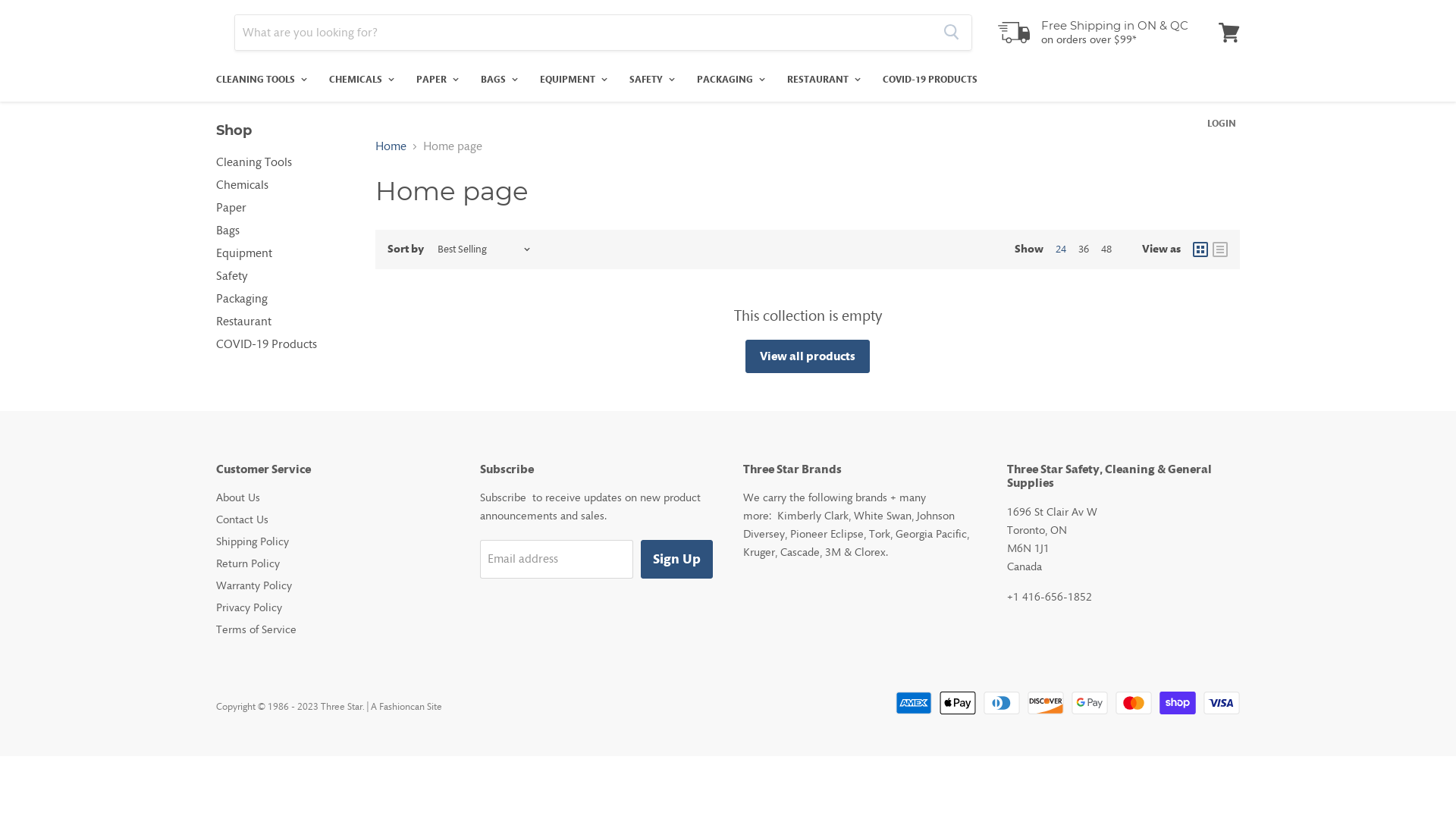 The width and height of the screenshot is (1456, 819). I want to click on 'Sign Up', so click(640, 559).